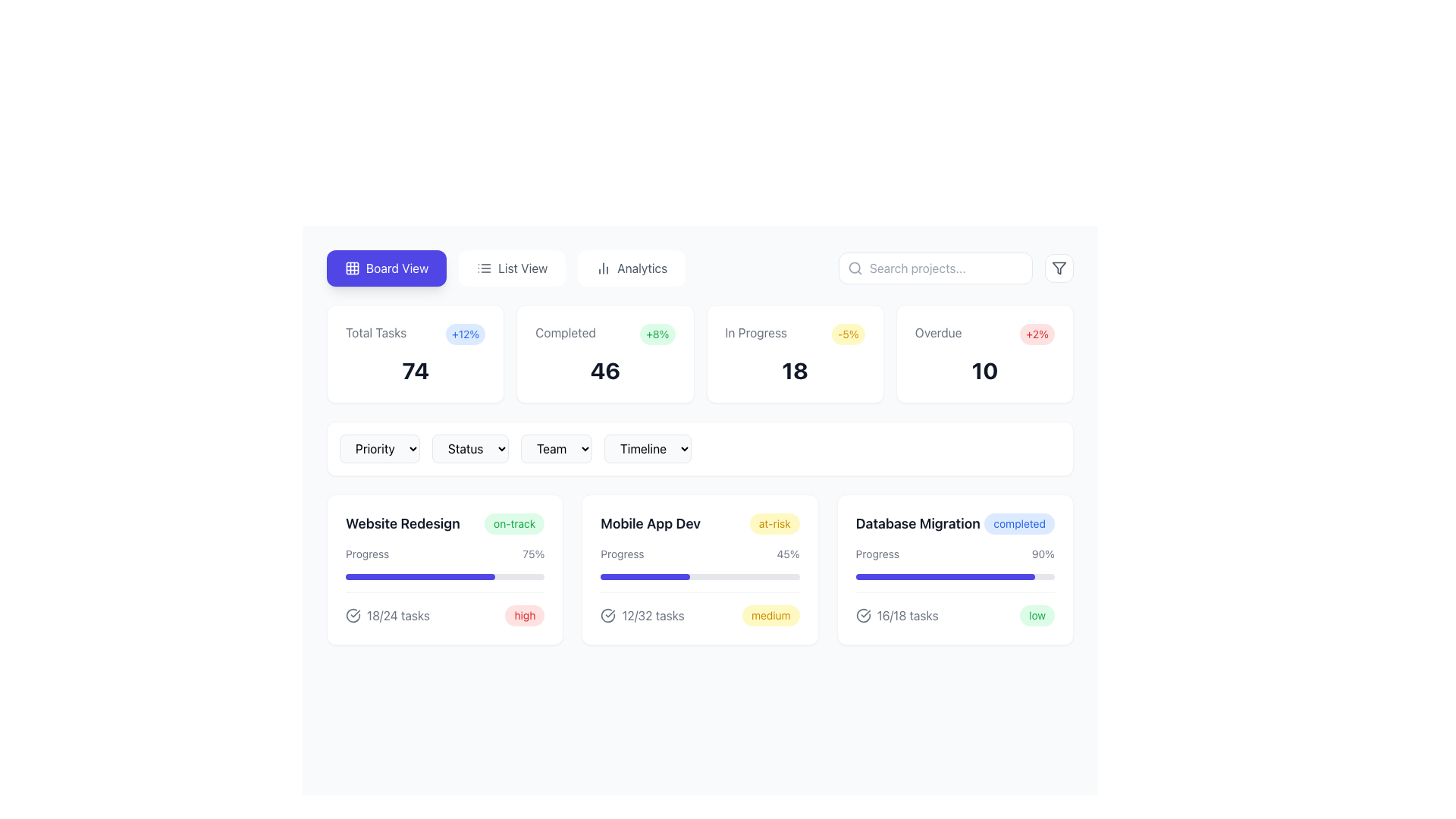 The width and height of the screenshot is (1456, 819). I want to click on the text displaying task completion information in the lower right card labeled 'Database Migration' to possibly reveal additional details or tooltips, so click(908, 616).